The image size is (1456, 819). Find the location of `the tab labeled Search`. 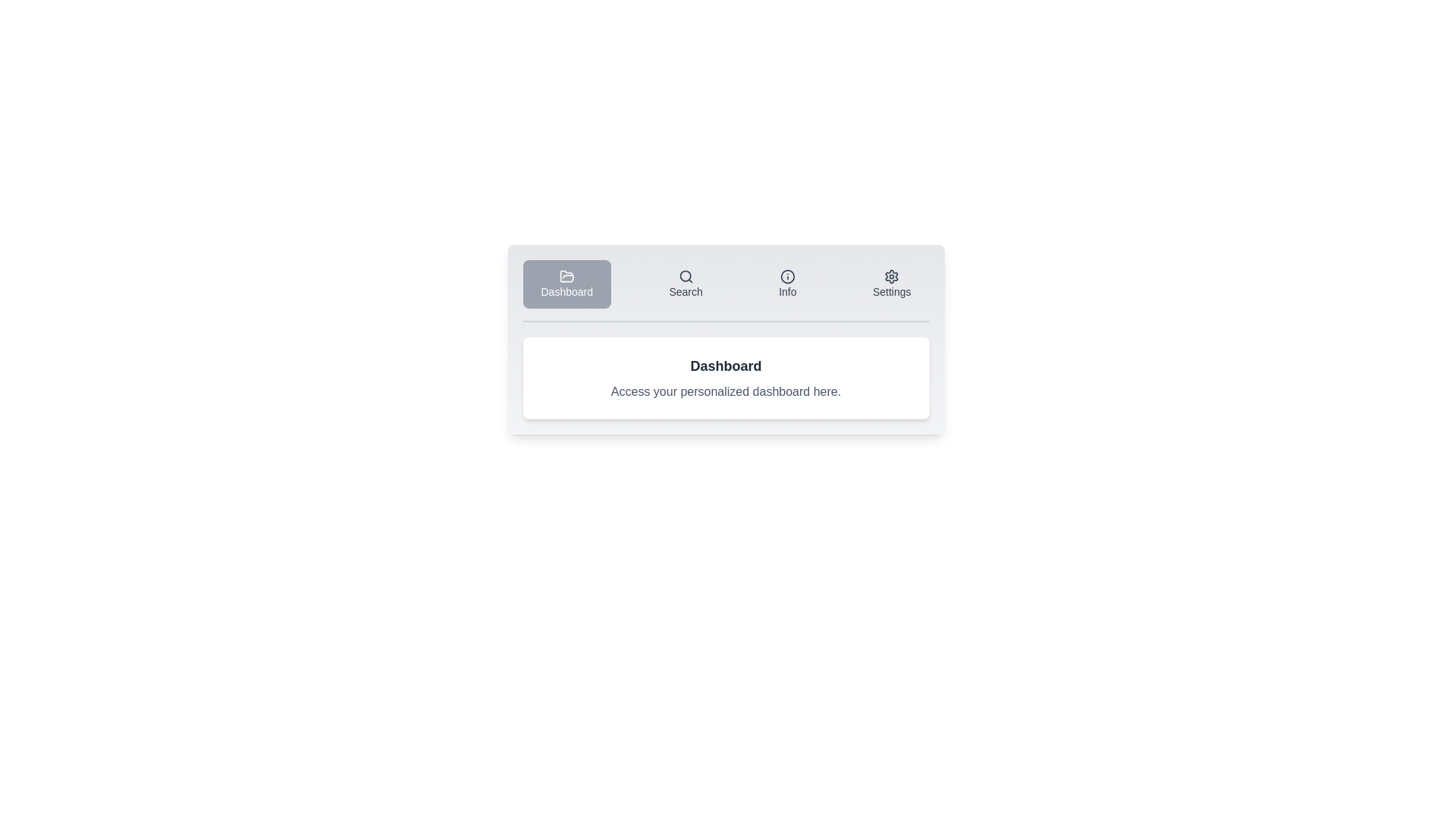

the tab labeled Search is located at coordinates (685, 284).